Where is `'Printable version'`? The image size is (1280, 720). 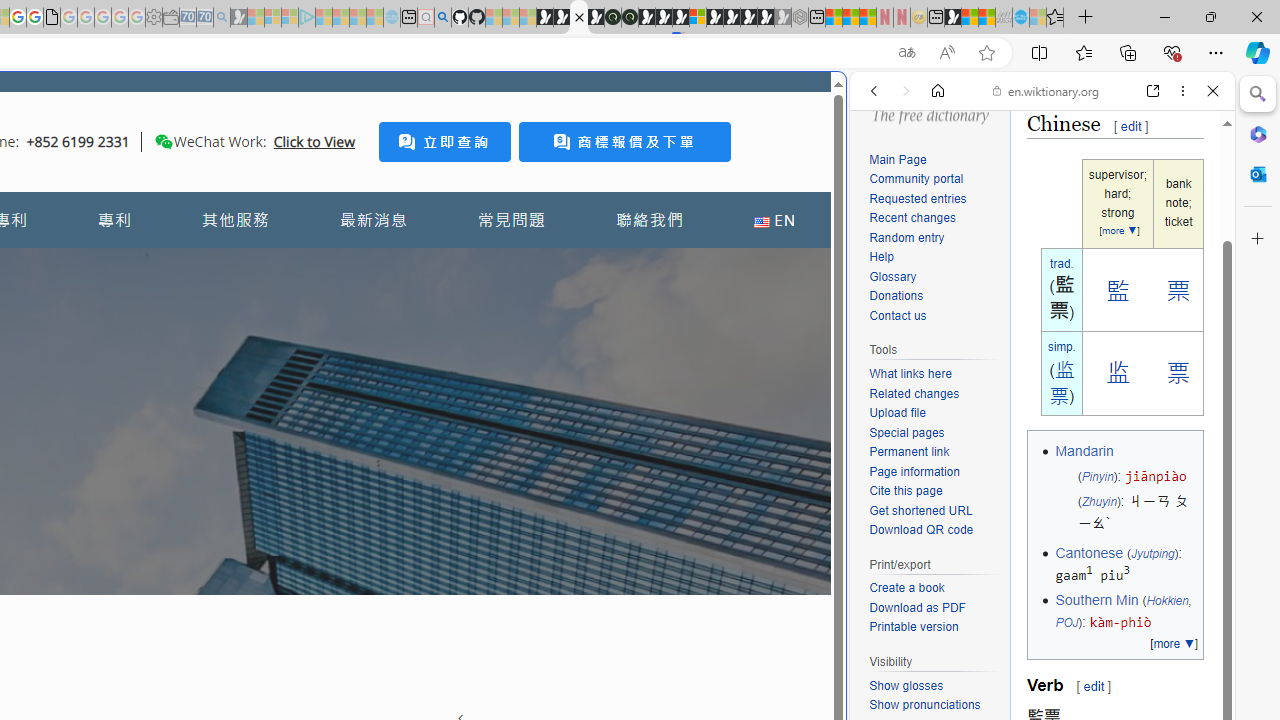 'Printable version' is located at coordinates (912, 626).